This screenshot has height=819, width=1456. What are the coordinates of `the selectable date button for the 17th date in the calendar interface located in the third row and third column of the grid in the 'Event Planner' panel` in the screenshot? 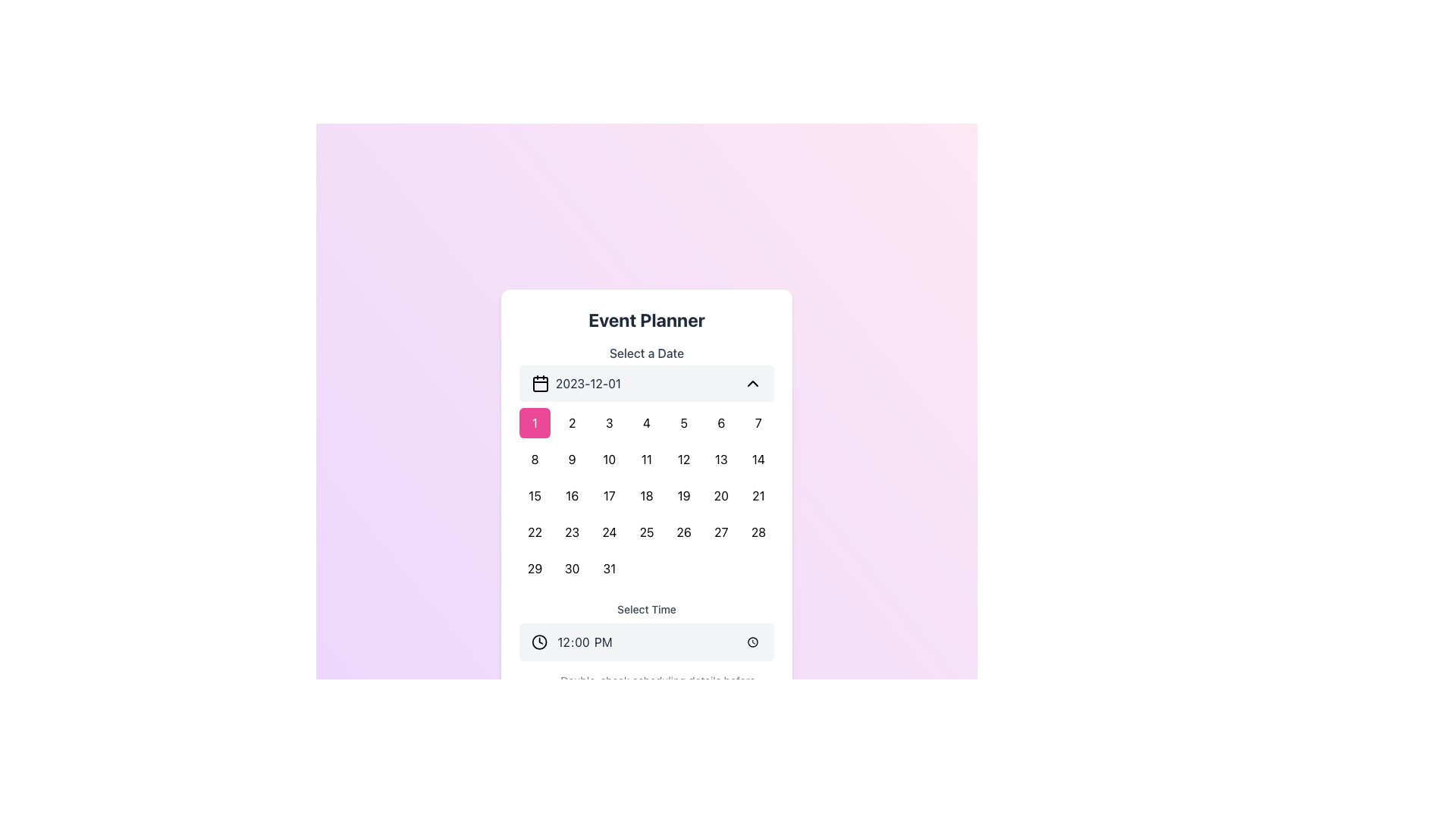 It's located at (609, 496).